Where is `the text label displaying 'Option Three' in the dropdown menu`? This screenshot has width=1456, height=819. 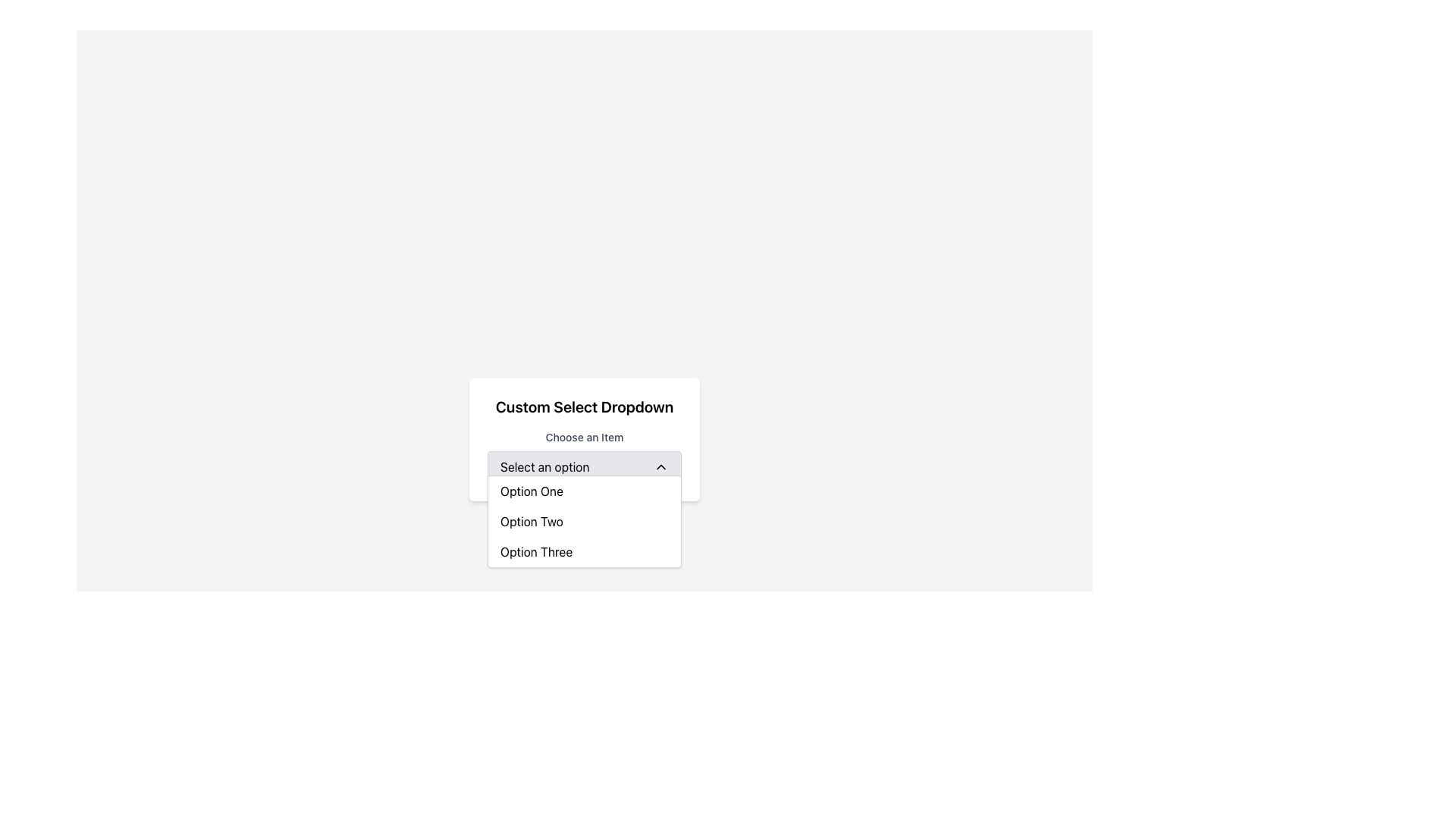 the text label displaying 'Option Three' in the dropdown menu is located at coordinates (536, 552).